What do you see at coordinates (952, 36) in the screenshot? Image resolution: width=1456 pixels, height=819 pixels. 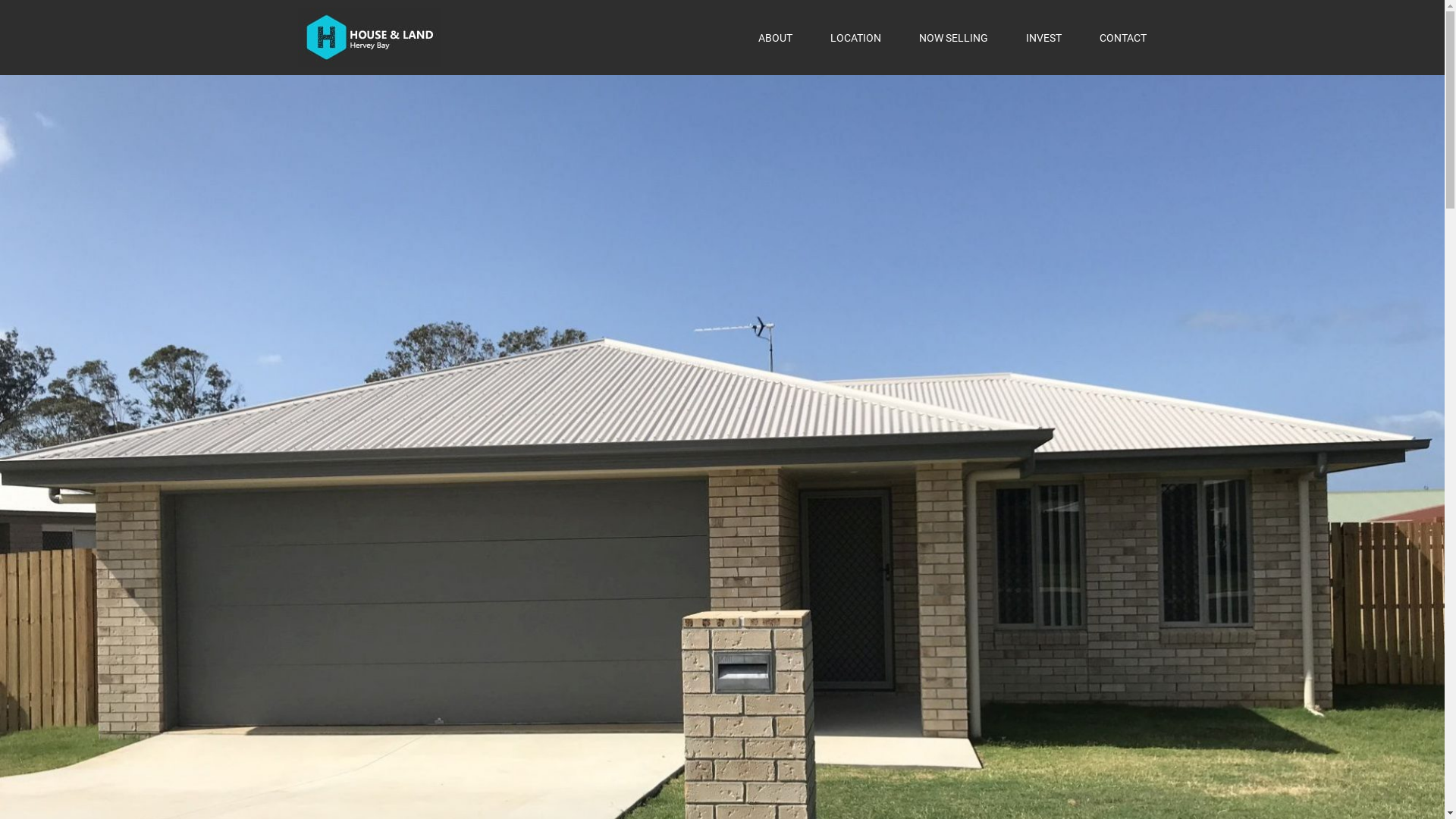 I see `'NOW SELLING'` at bounding box center [952, 36].